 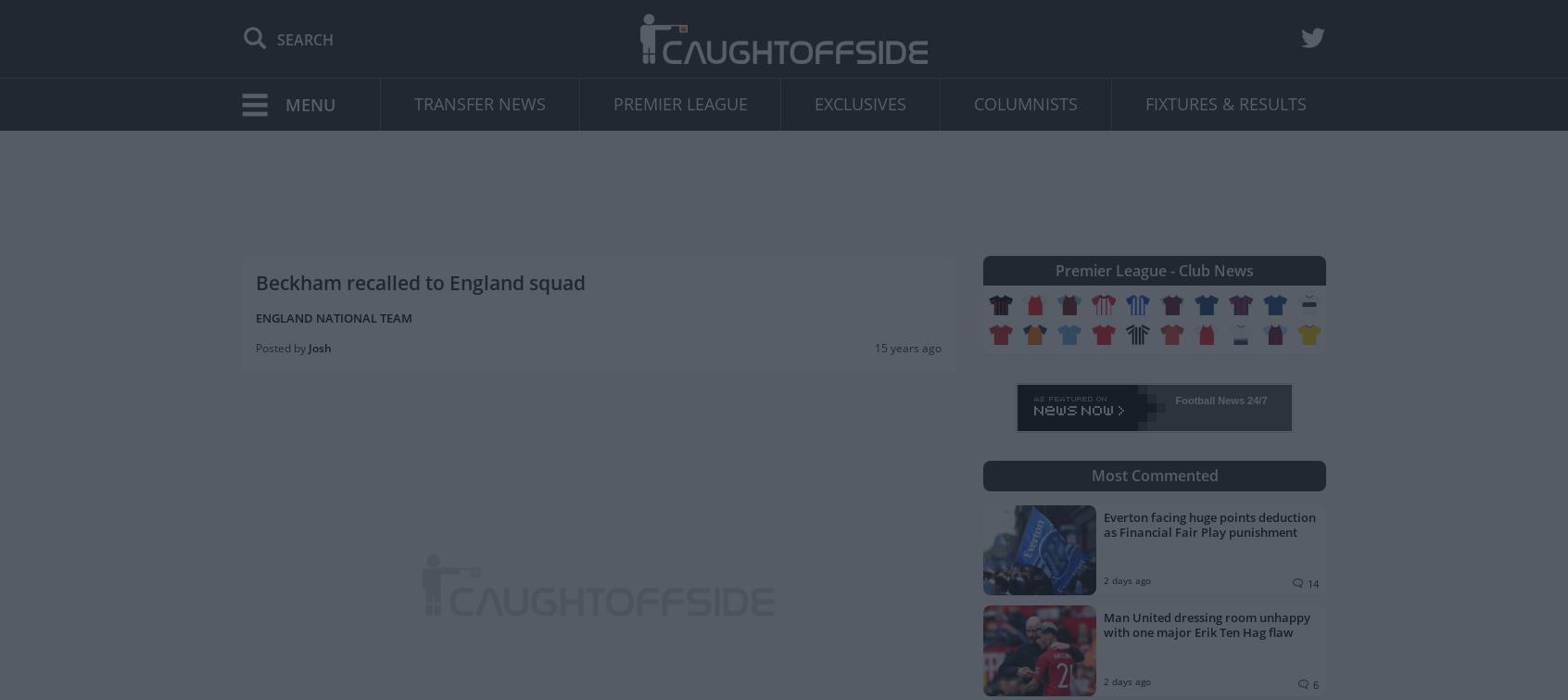 What do you see at coordinates (1206, 623) in the screenshot?
I see `'Man United dressing room unhappy with one major Erik Ten Hag flaw'` at bounding box center [1206, 623].